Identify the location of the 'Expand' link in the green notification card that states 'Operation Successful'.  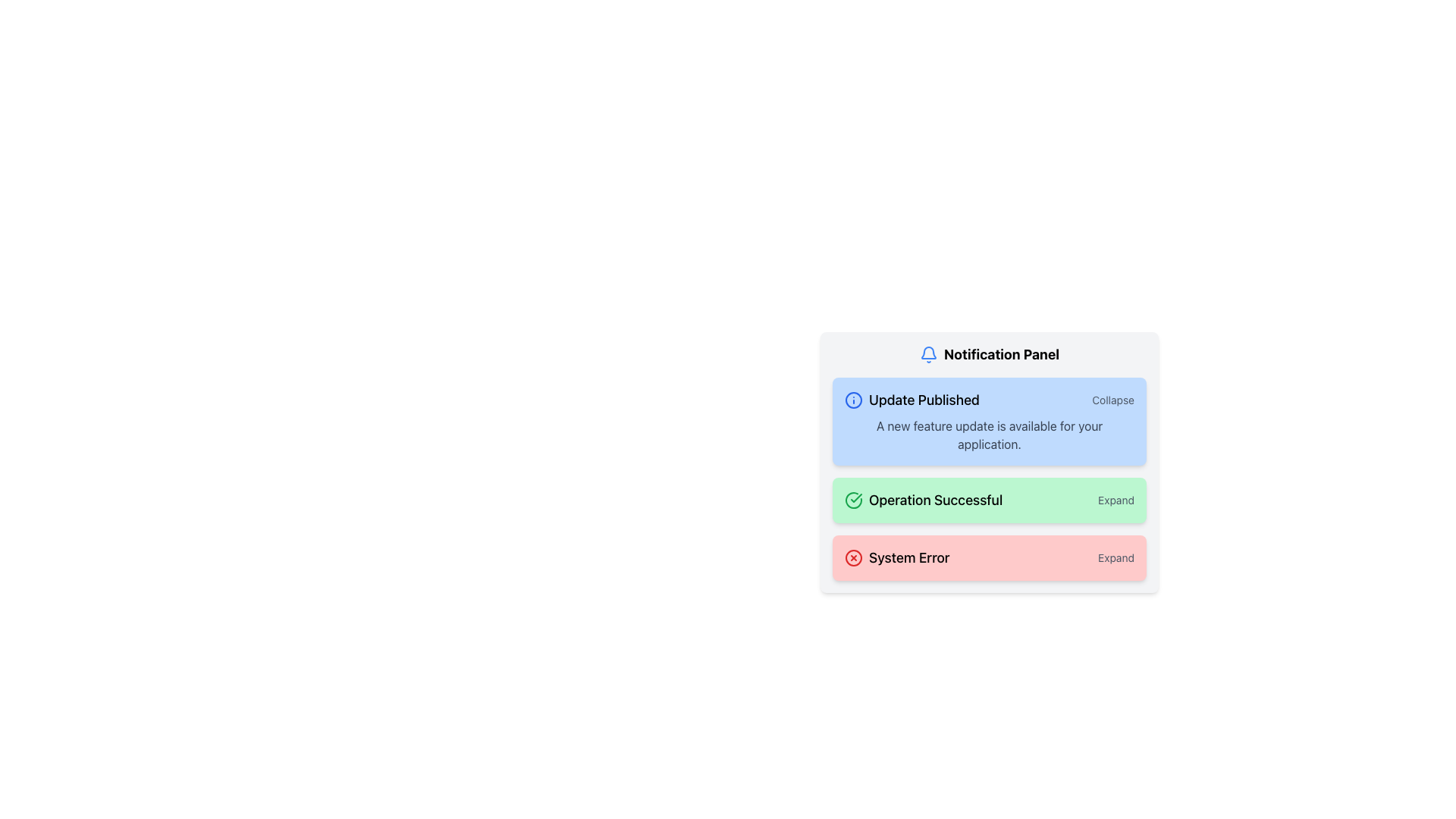
(990, 479).